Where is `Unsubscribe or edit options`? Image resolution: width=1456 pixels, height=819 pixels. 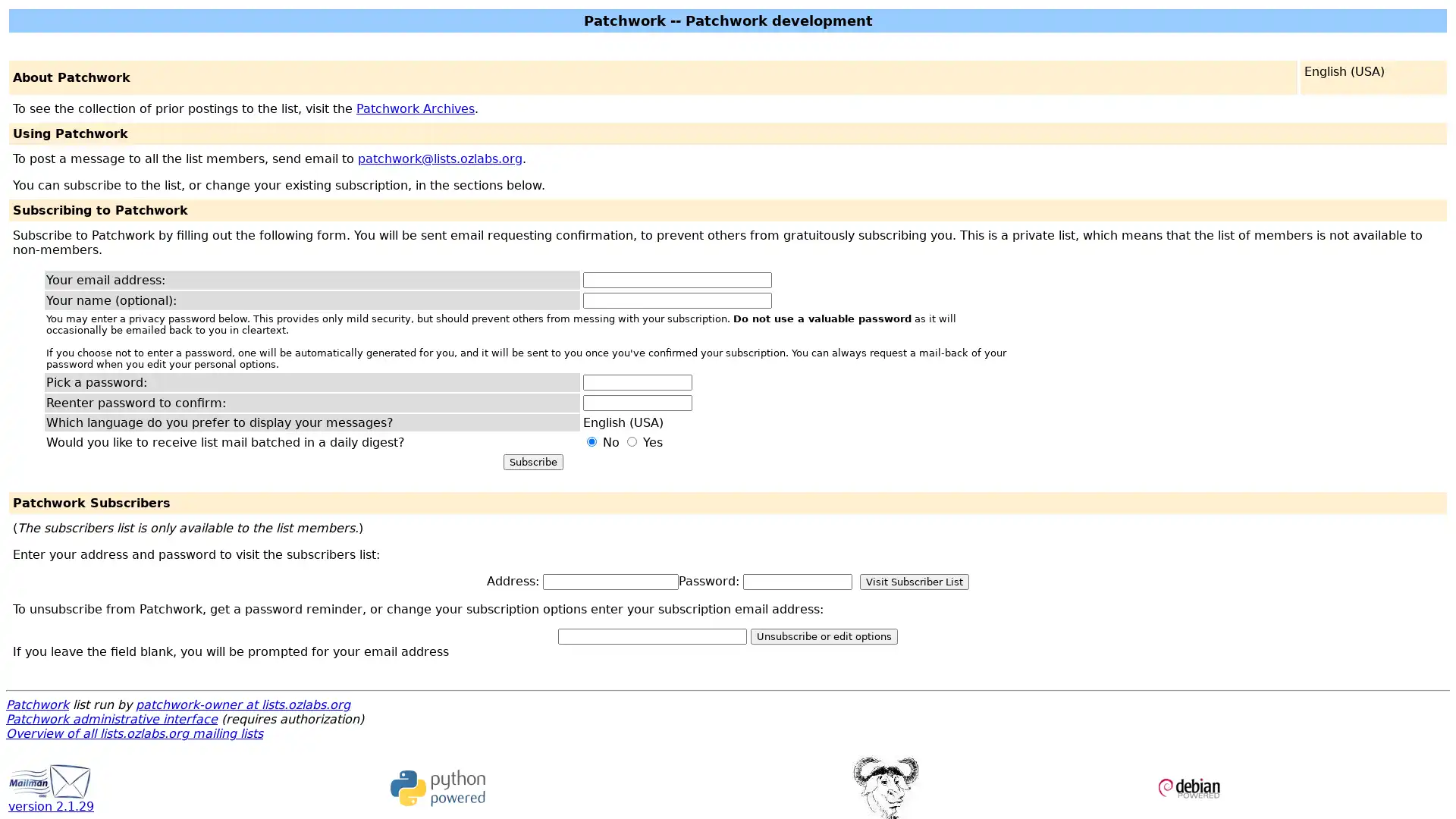 Unsubscribe or edit options is located at coordinates (823, 636).